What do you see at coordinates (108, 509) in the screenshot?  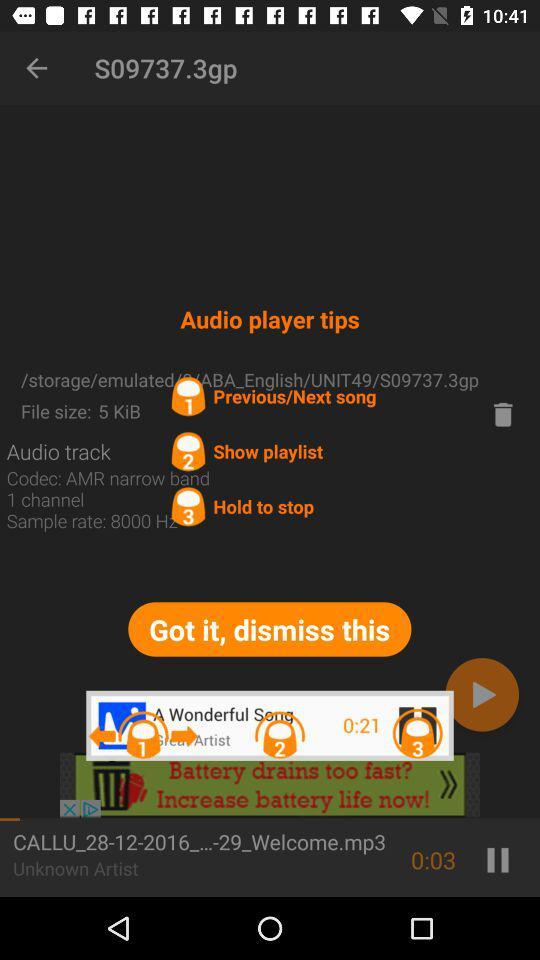 I see `codec amr narrow` at bounding box center [108, 509].